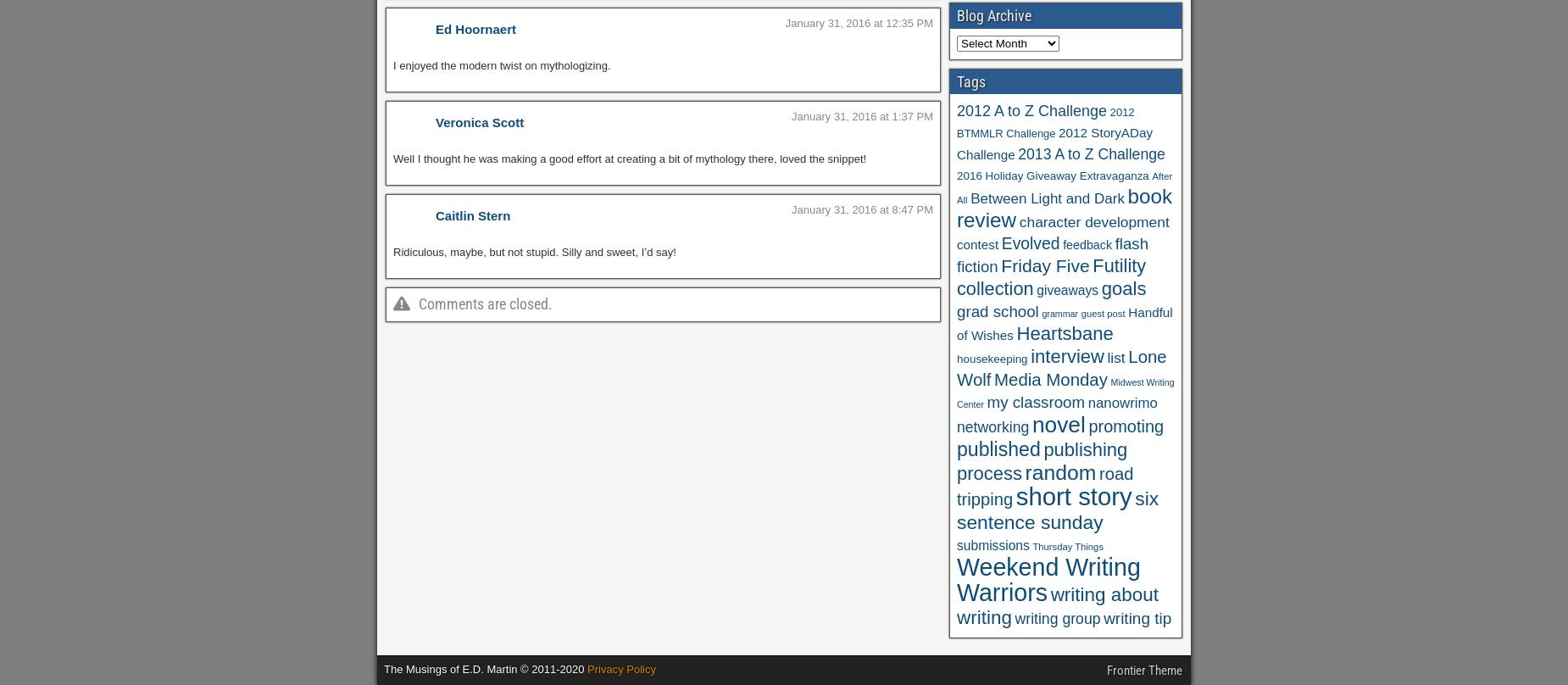  What do you see at coordinates (1115, 358) in the screenshot?
I see `'list'` at bounding box center [1115, 358].